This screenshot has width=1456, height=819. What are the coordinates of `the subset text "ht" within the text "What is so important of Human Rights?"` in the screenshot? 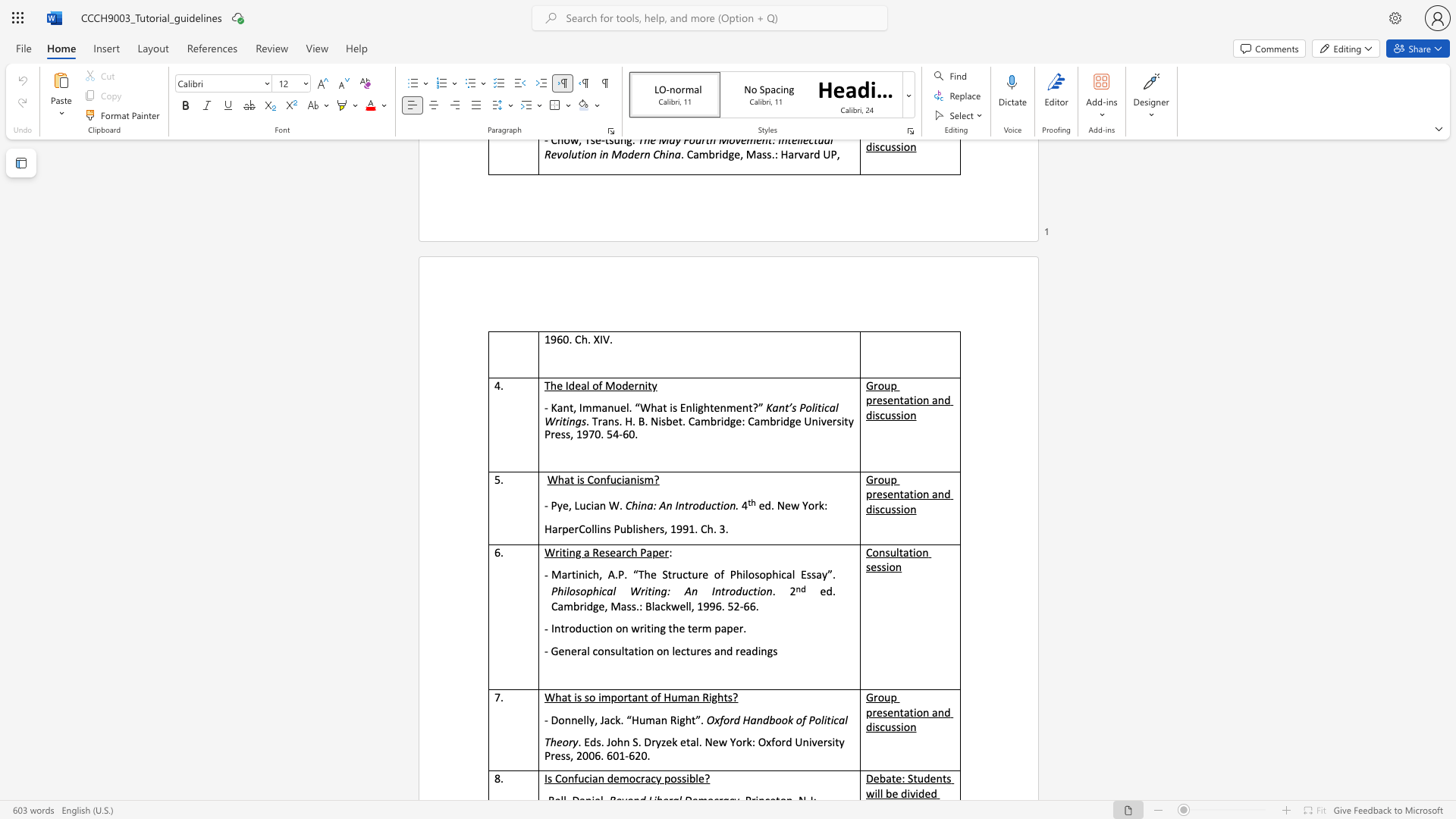 It's located at (717, 697).